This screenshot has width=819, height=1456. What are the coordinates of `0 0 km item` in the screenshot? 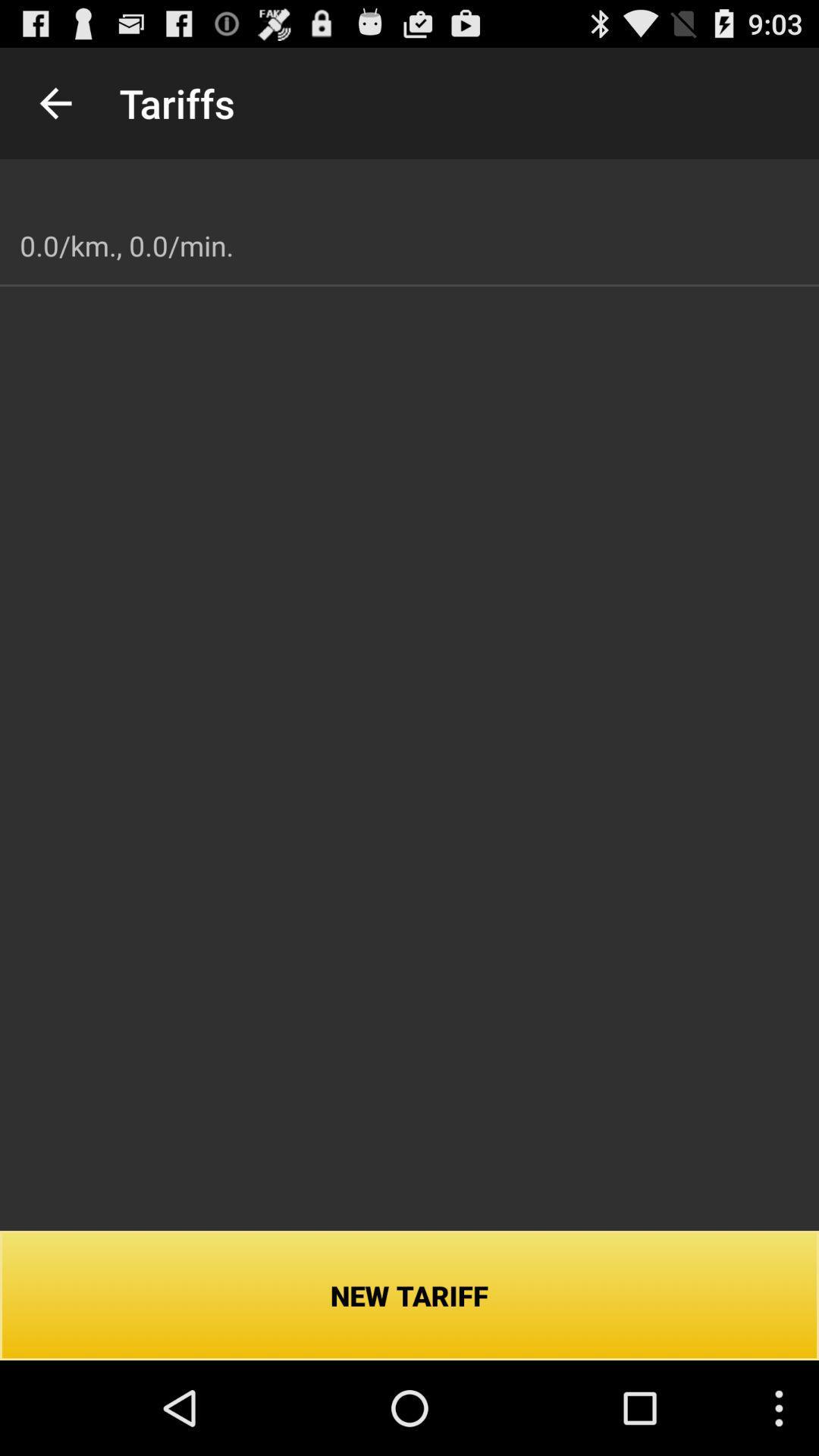 It's located at (126, 246).